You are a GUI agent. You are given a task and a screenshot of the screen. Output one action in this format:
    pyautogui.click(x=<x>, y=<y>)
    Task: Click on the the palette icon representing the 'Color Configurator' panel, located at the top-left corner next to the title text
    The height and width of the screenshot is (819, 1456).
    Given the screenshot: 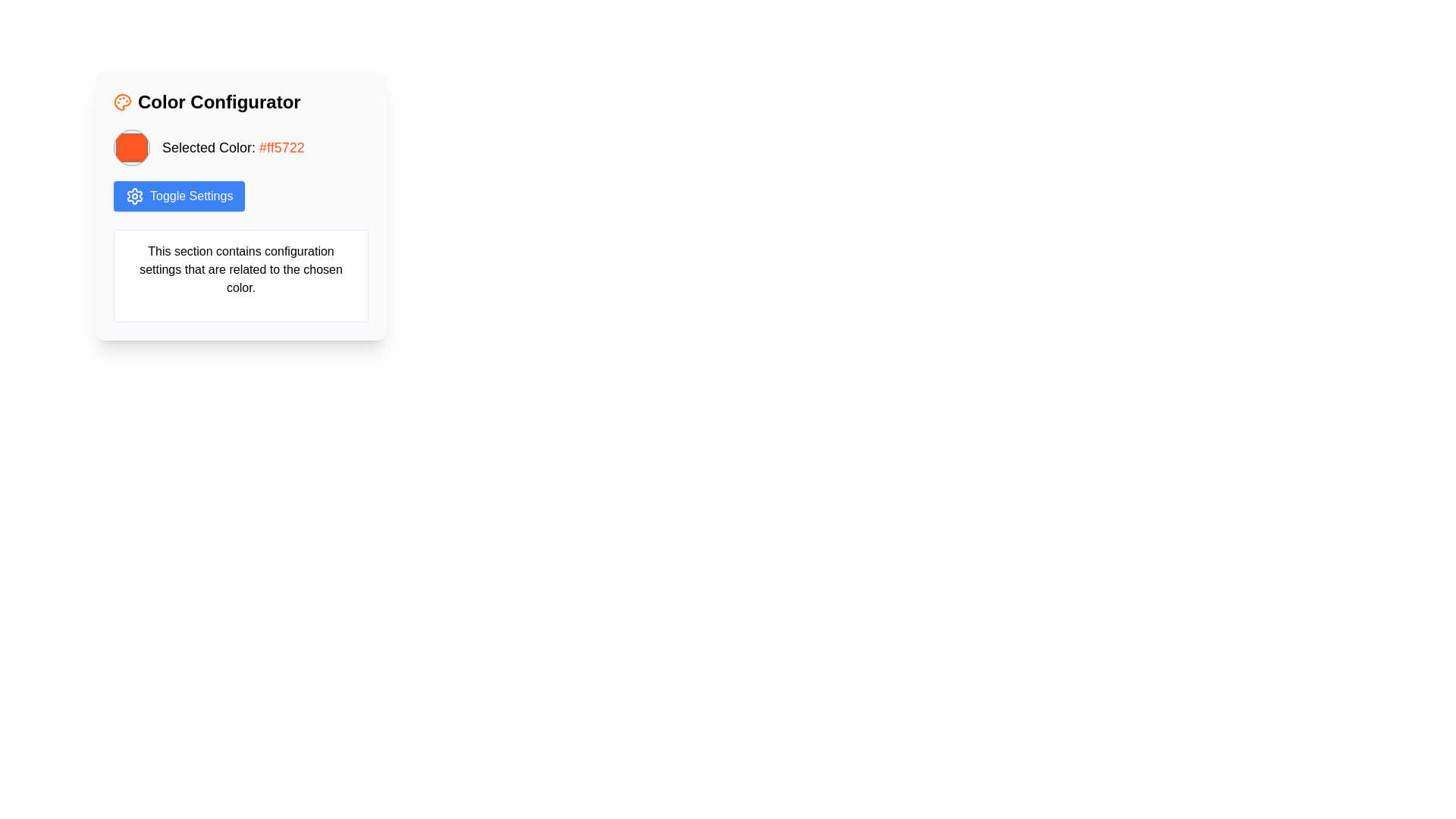 What is the action you would take?
    pyautogui.click(x=123, y=102)
    